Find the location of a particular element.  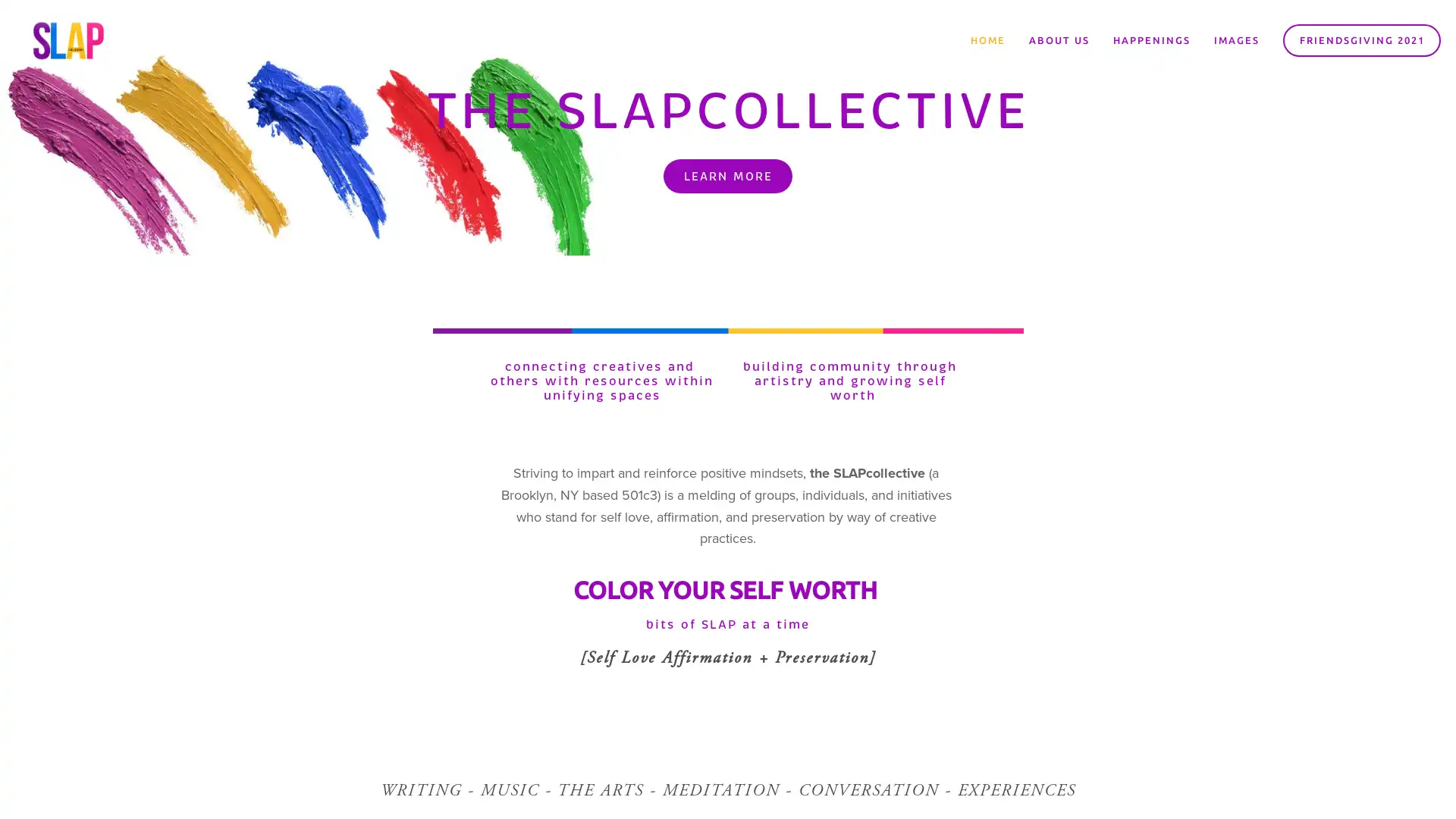

Close is located at coordinates (952, 235).